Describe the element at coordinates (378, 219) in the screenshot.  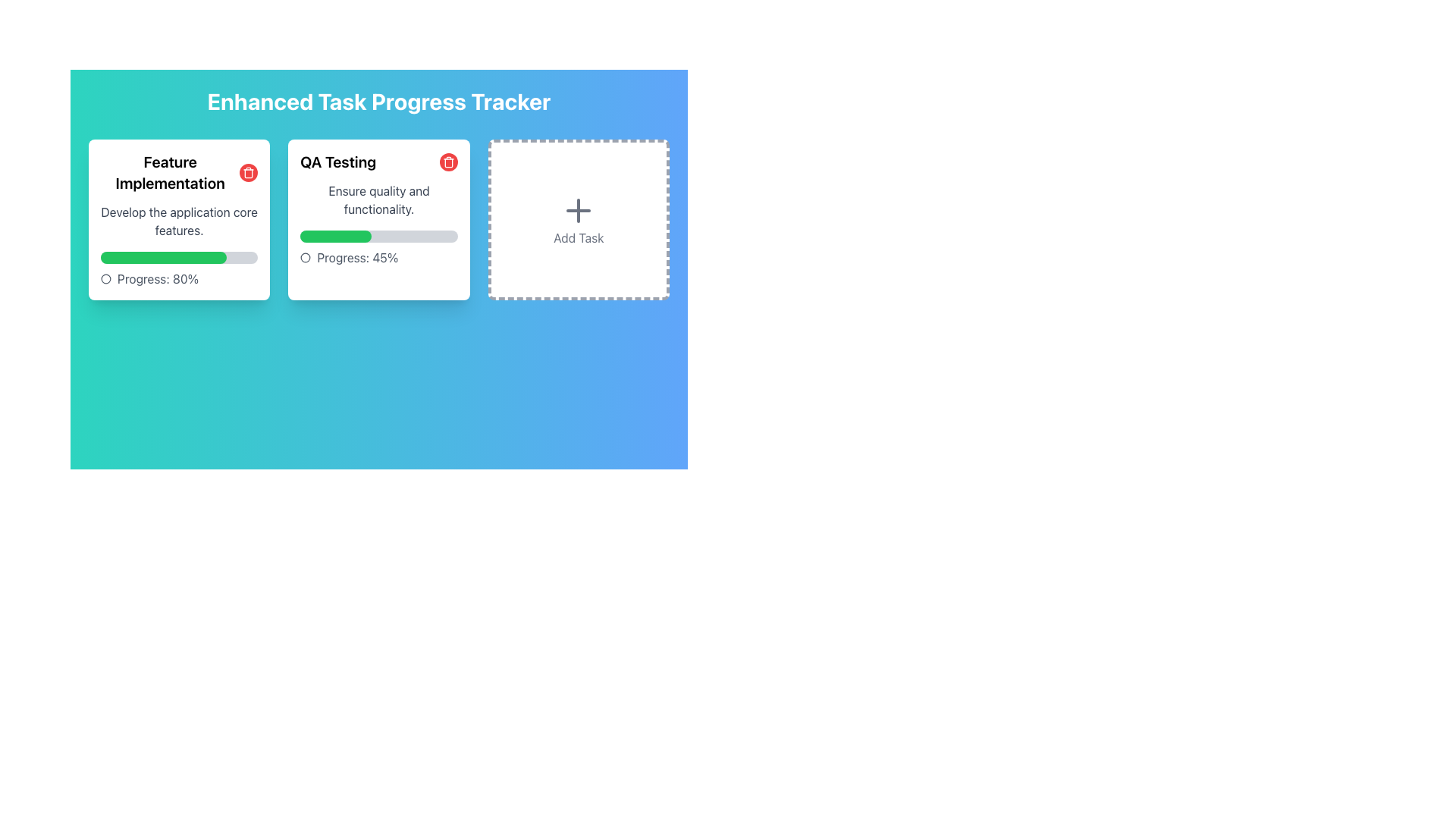
I see `the Information Card titled 'QA Testing', which has a white background, rounded corners, and a delete icon in the top-right corner` at that location.